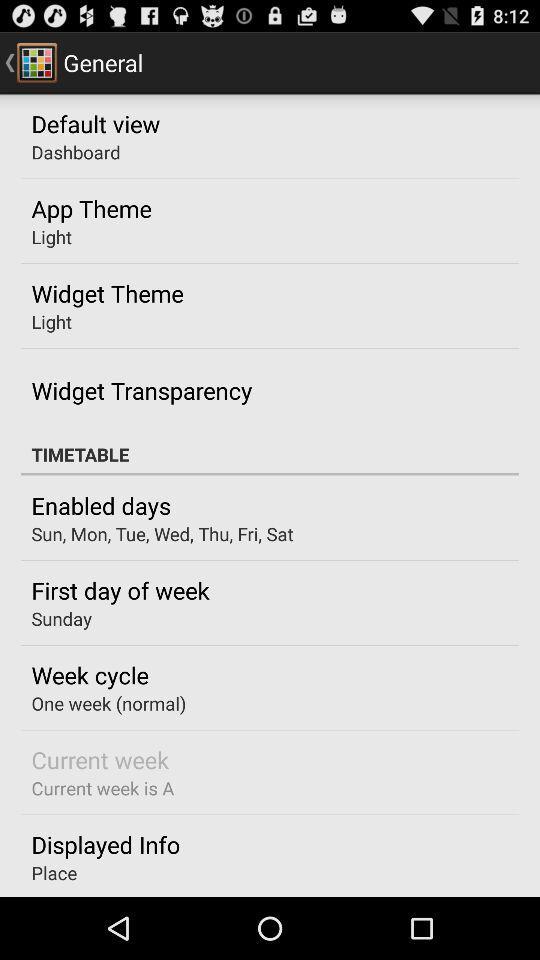 The image size is (540, 960). What do you see at coordinates (90, 208) in the screenshot?
I see `app theme item` at bounding box center [90, 208].